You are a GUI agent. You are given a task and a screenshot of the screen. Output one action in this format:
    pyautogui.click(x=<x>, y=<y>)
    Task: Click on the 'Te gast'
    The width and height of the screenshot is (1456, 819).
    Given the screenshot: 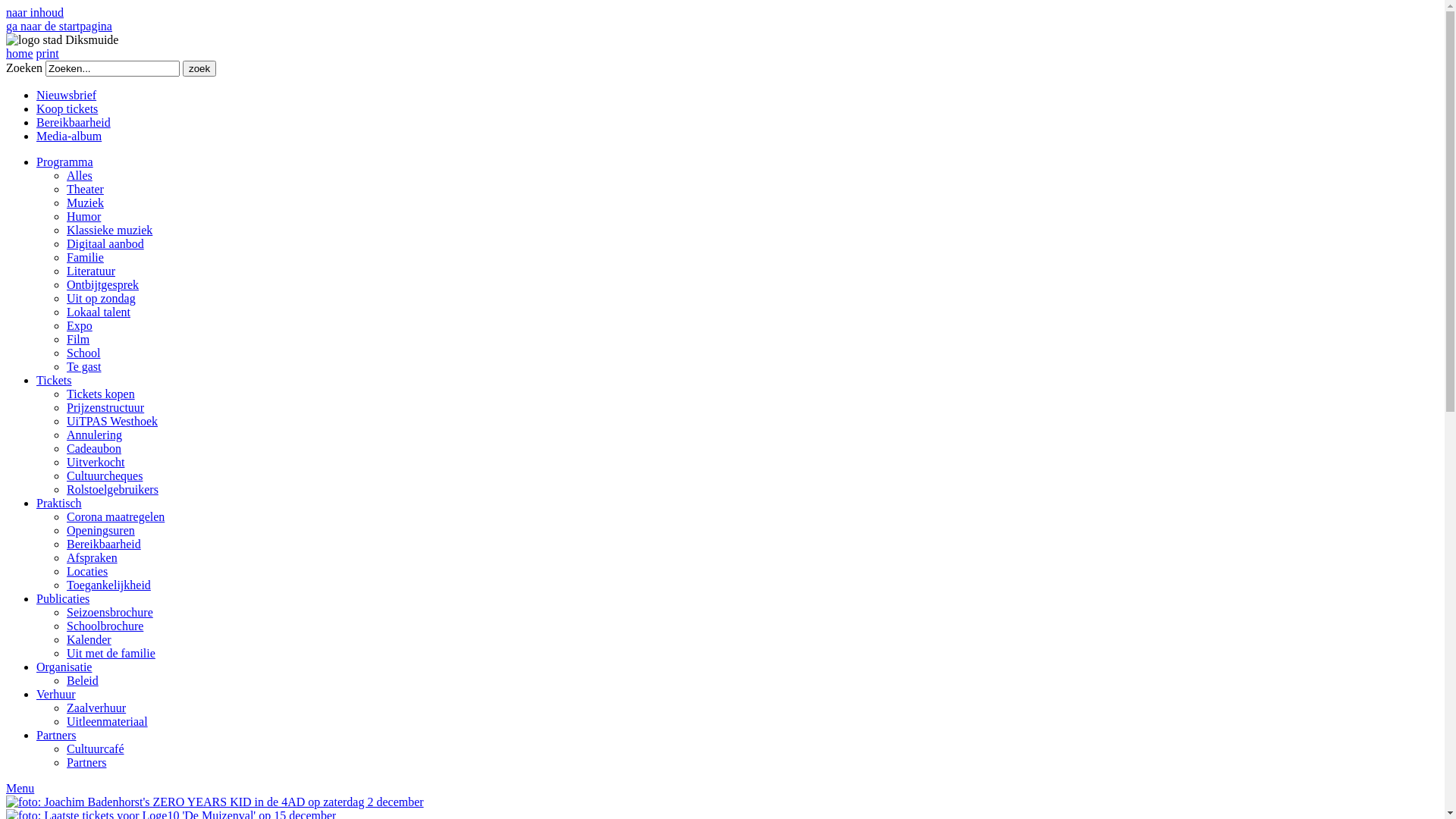 What is the action you would take?
    pyautogui.click(x=83, y=366)
    